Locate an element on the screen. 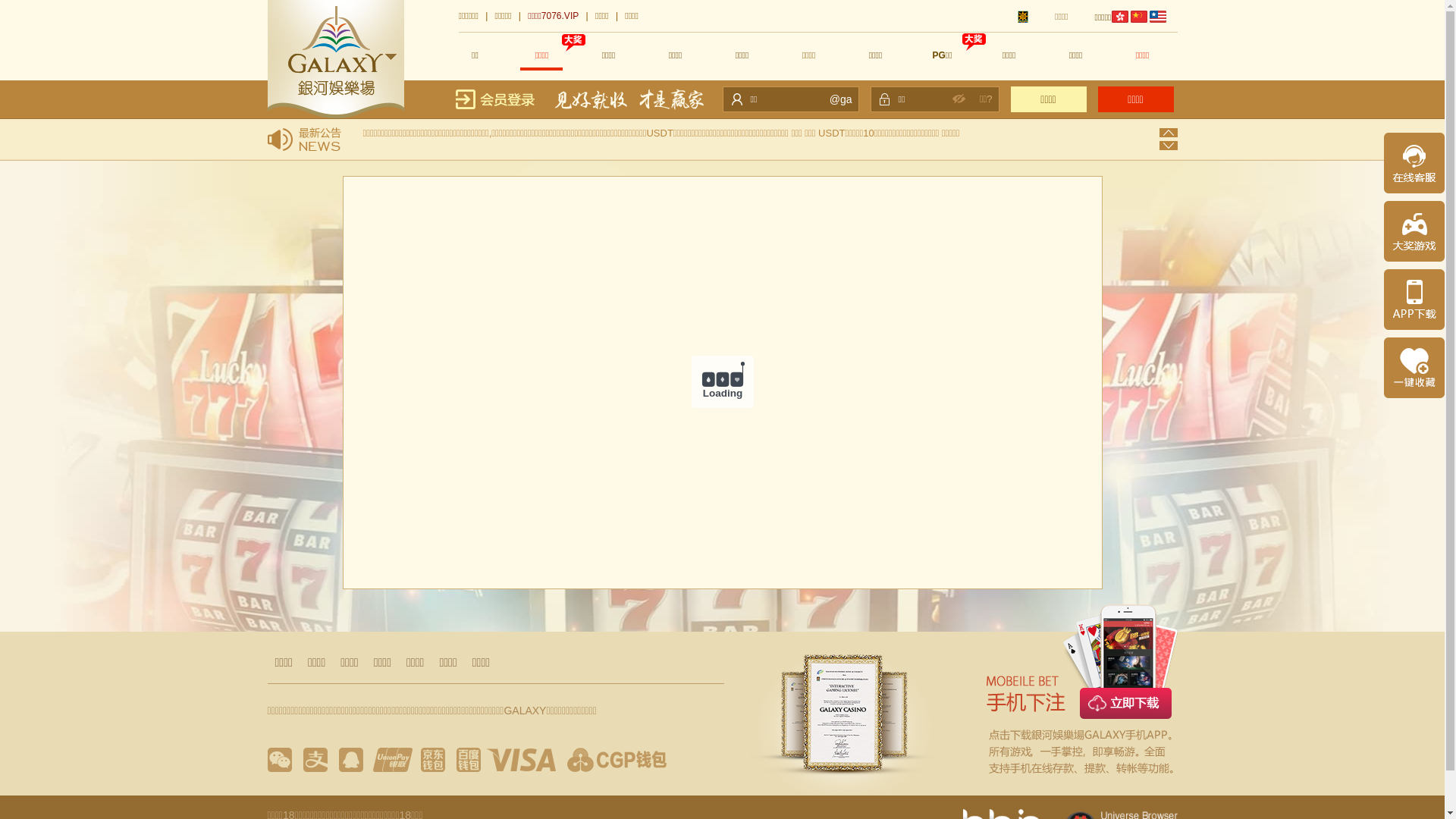 This screenshot has height=819, width=1456. 'English' is located at coordinates (1156, 17).